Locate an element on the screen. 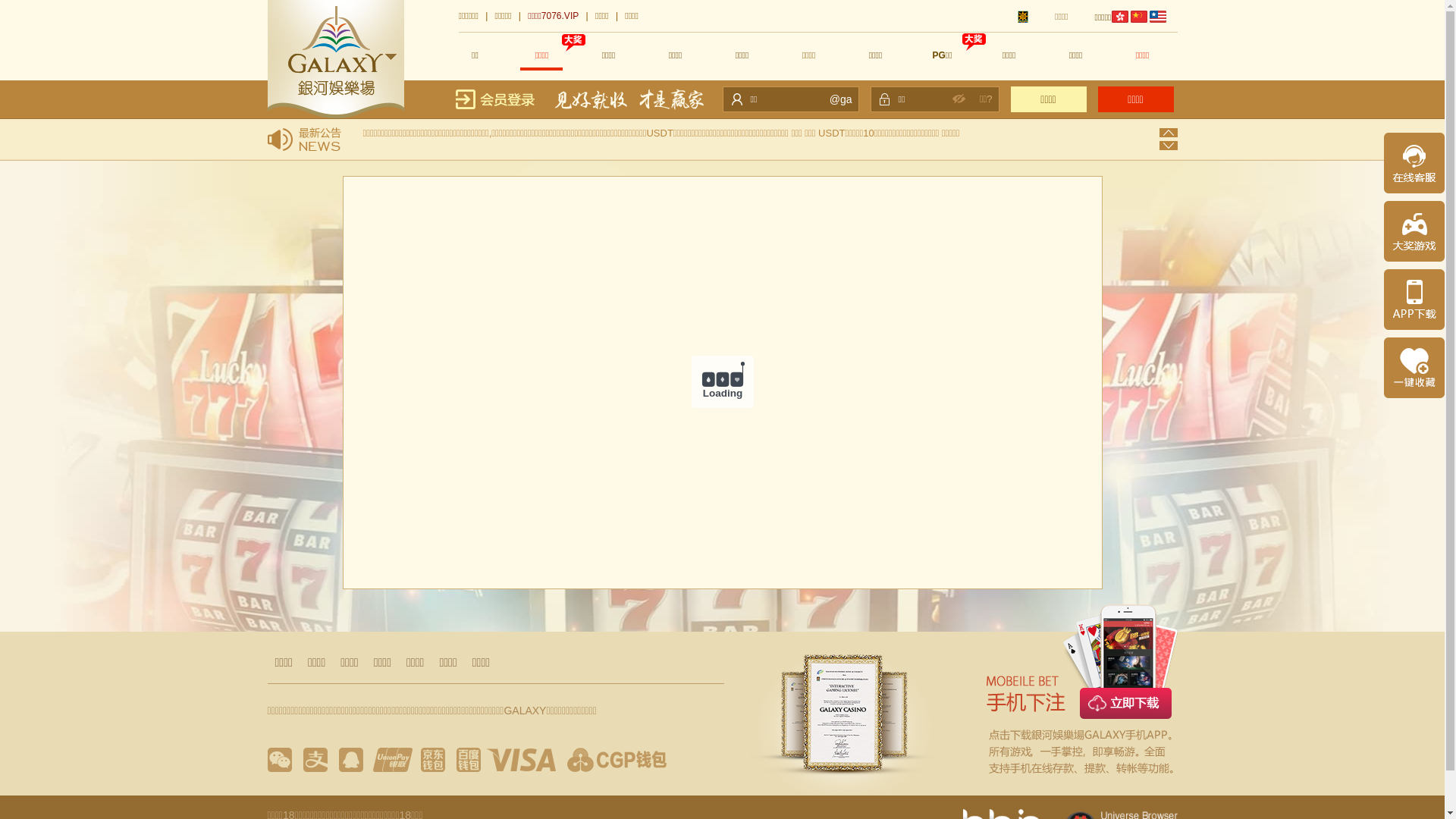 This screenshot has height=819, width=1456. 'English' is located at coordinates (1156, 17).